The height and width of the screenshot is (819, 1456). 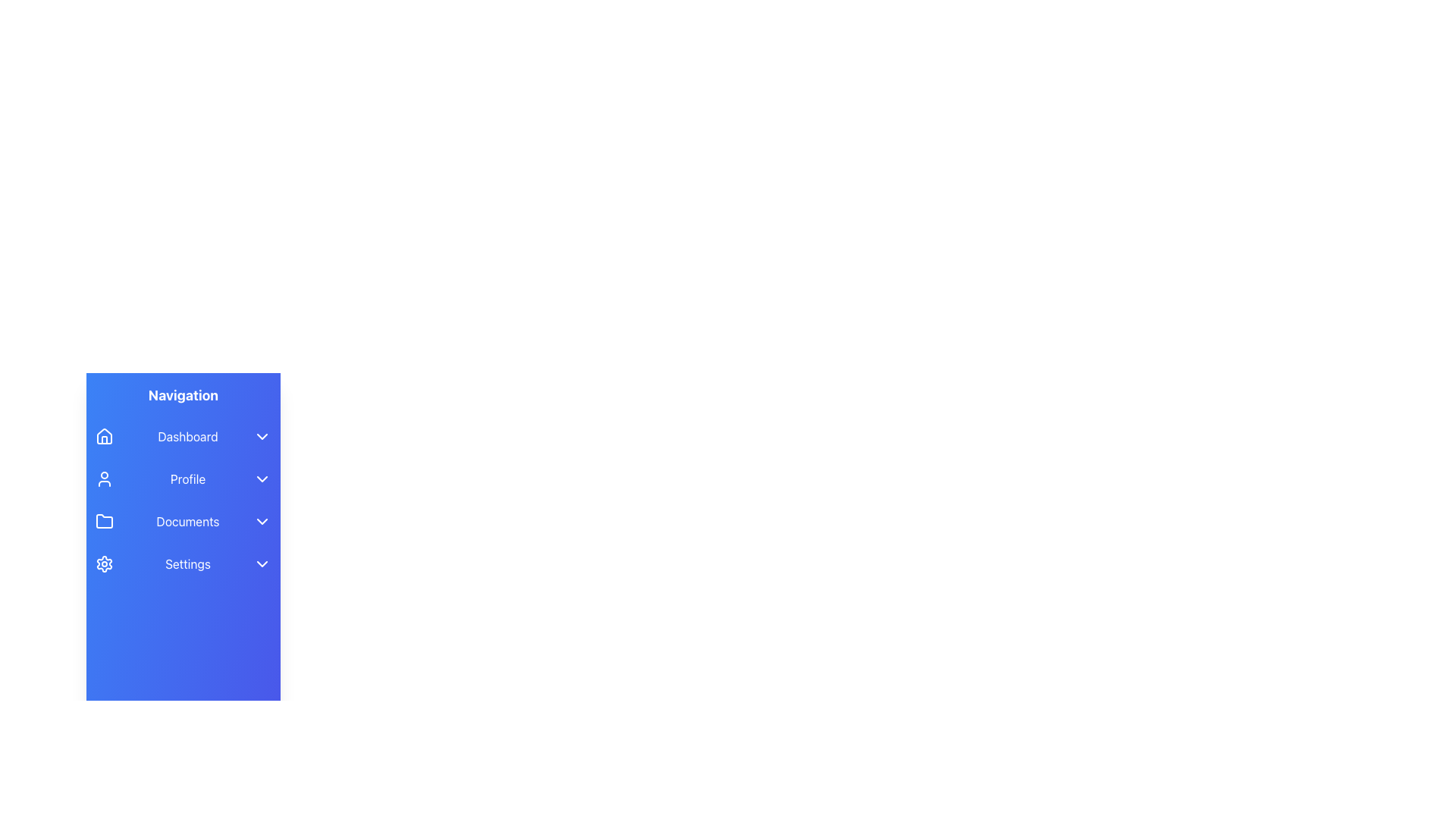 What do you see at coordinates (262, 564) in the screenshot?
I see `the downward chevron icon next to the 'Settings' text` at bounding box center [262, 564].